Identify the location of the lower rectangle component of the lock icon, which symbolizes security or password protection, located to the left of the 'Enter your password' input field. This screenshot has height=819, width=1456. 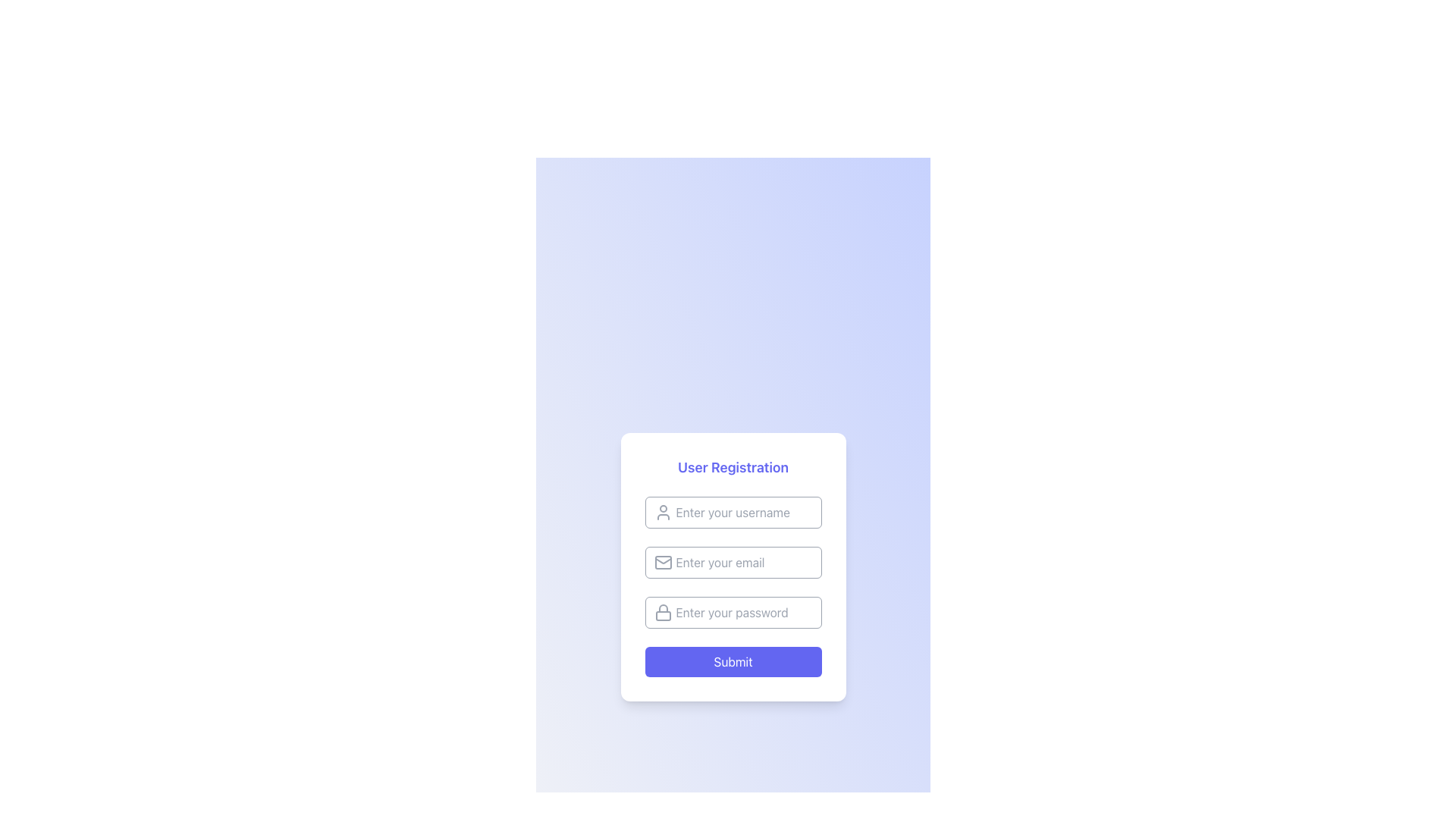
(663, 616).